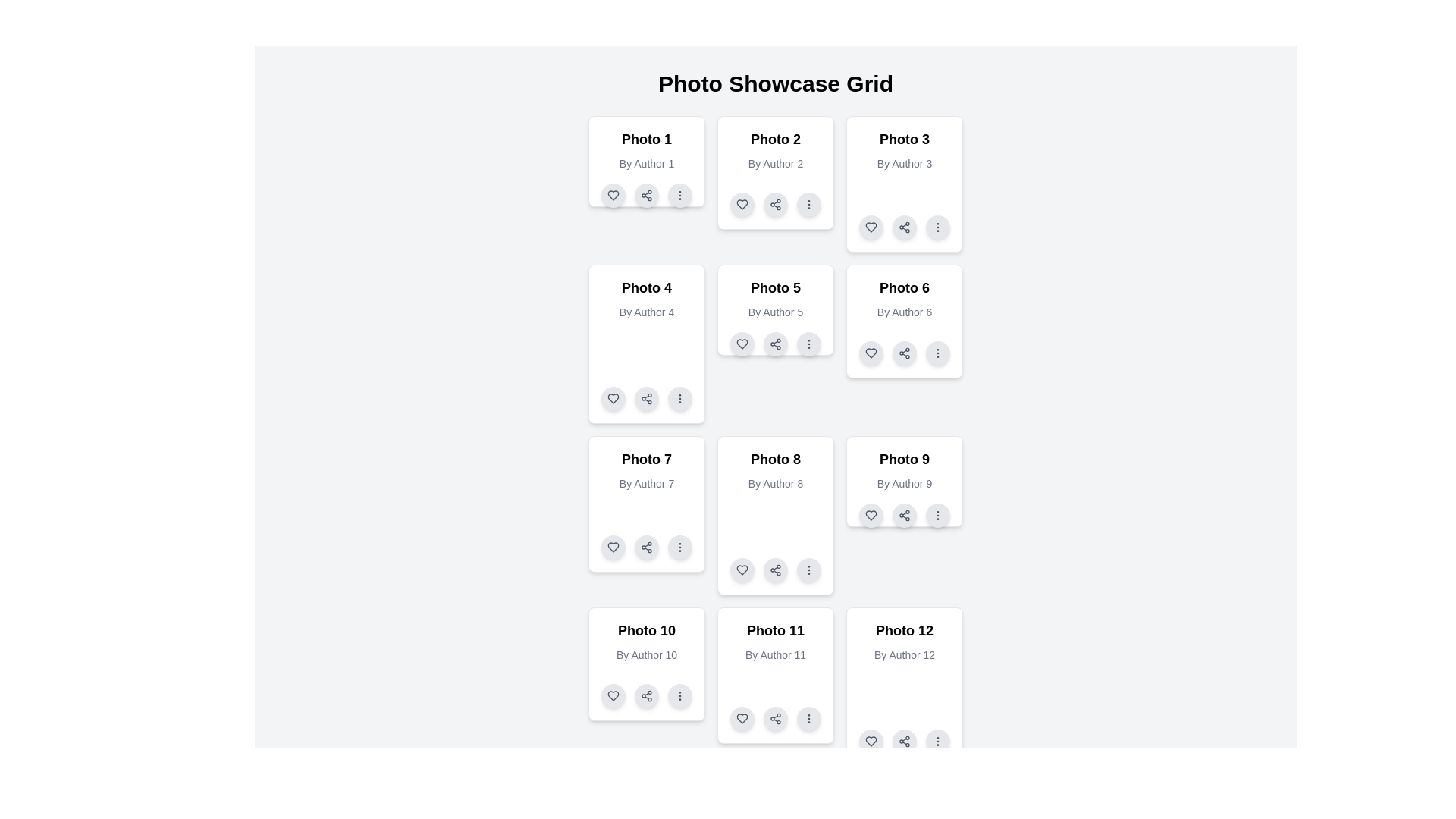 The image size is (1456, 819). I want to click on the vertical ellipsis icon located at the bottom-right corner of the 'Photo 2 By Author 2' card, so click(808, 205).